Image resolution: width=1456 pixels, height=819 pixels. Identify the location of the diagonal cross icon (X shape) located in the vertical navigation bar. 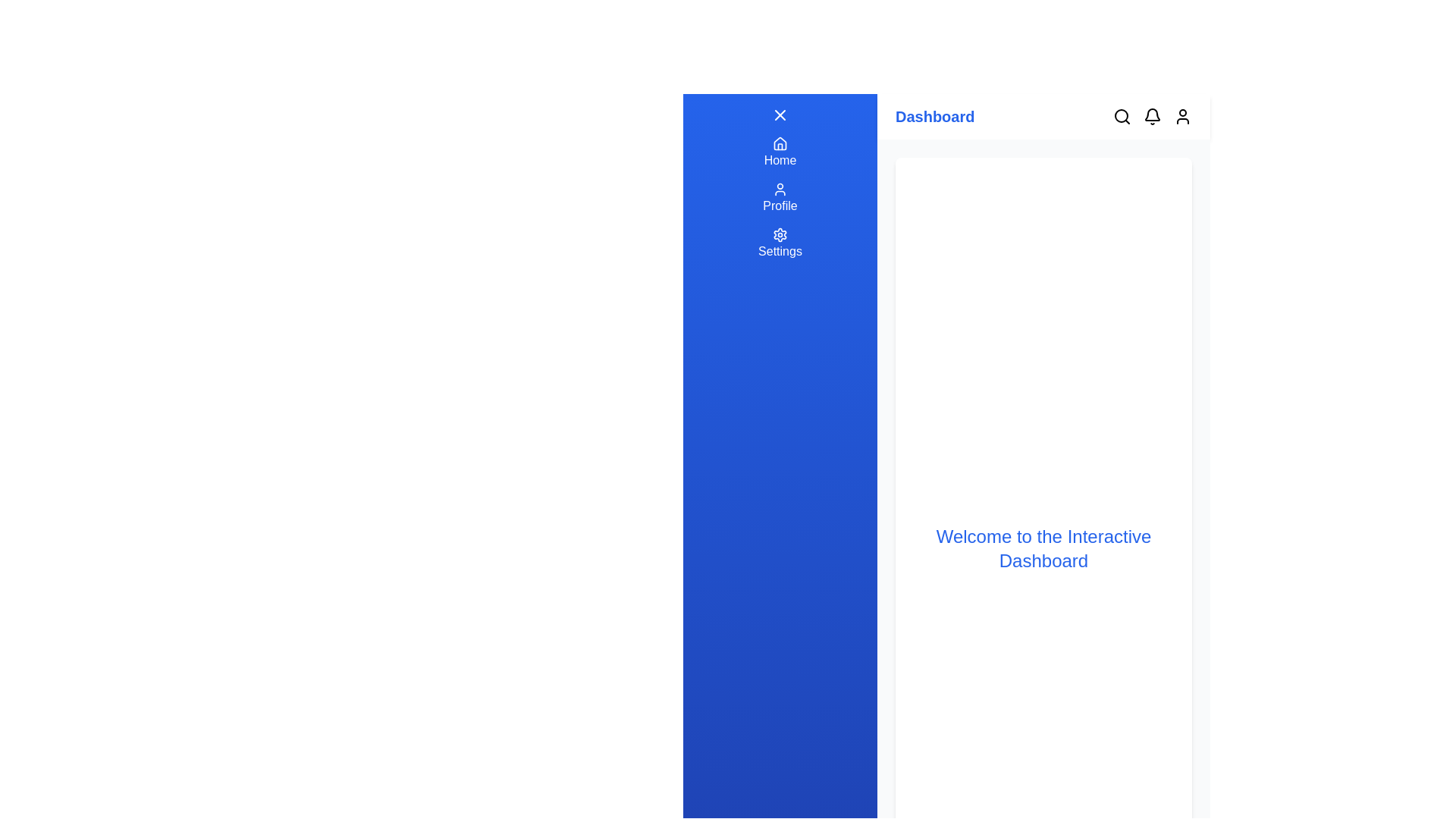
(780, 114).